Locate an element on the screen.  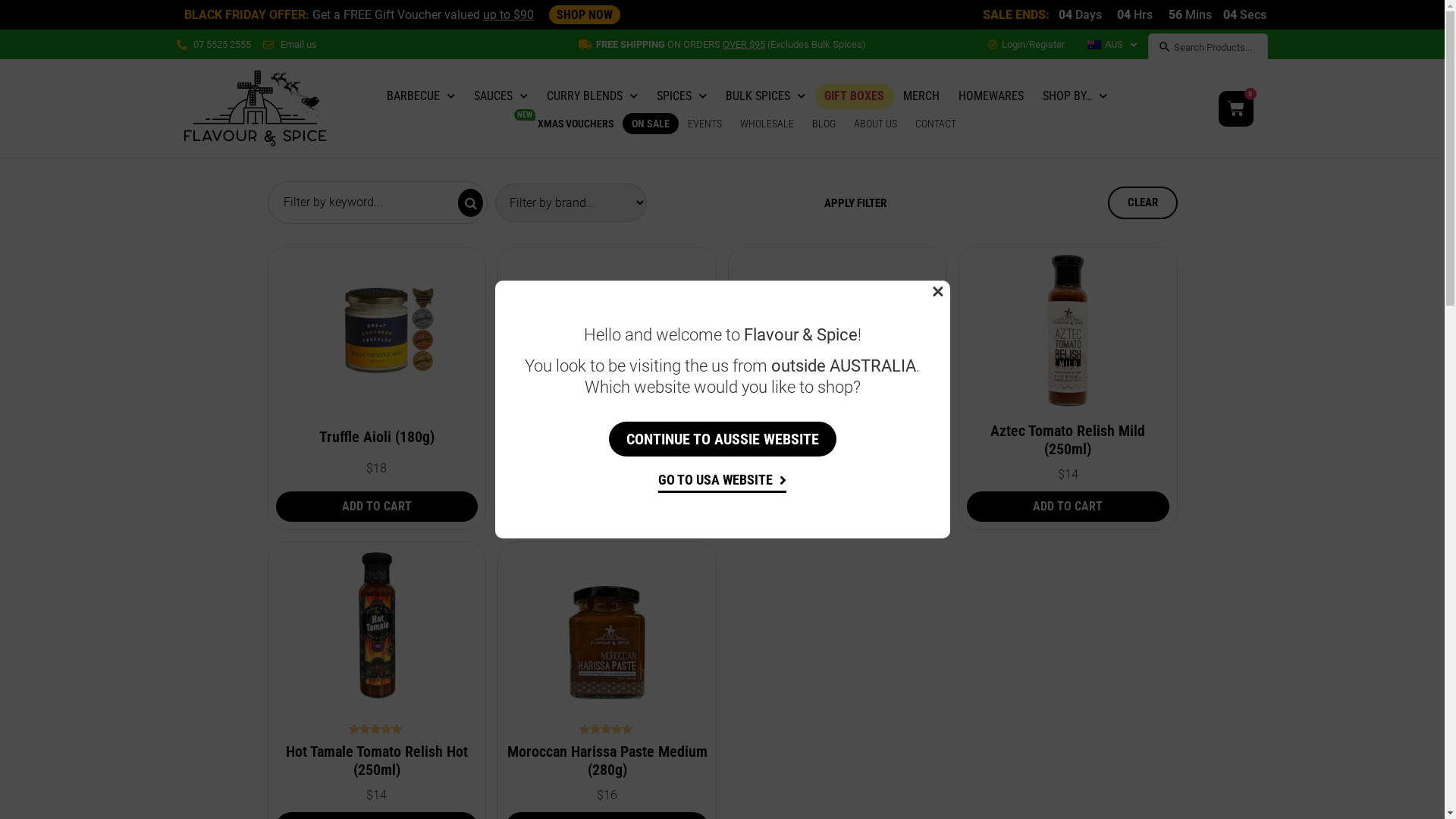
'SAUCES' is located at coordinates (500, 96).